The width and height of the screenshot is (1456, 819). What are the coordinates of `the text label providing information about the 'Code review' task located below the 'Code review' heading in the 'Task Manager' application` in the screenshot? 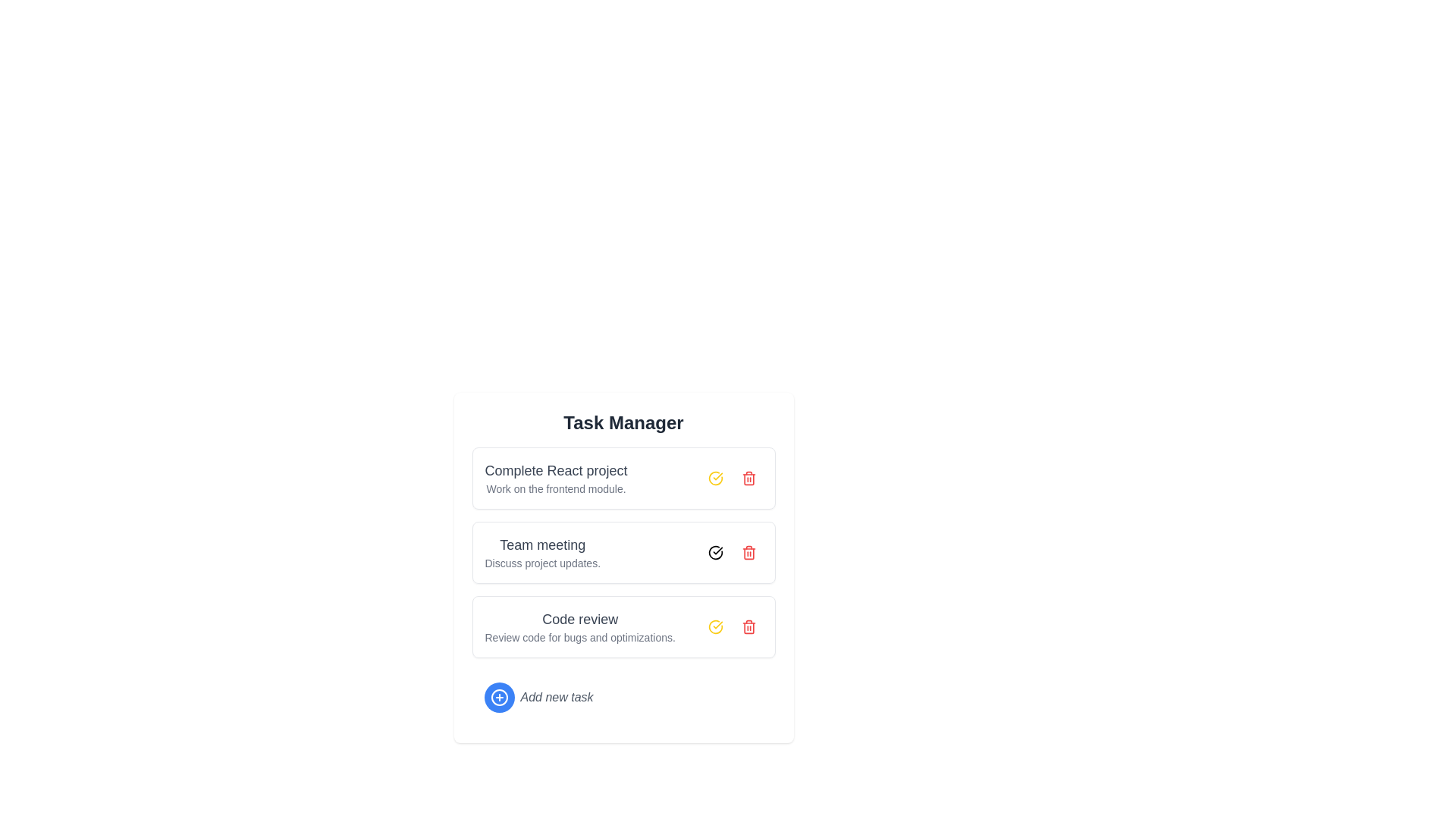 It's located at (579, 637).